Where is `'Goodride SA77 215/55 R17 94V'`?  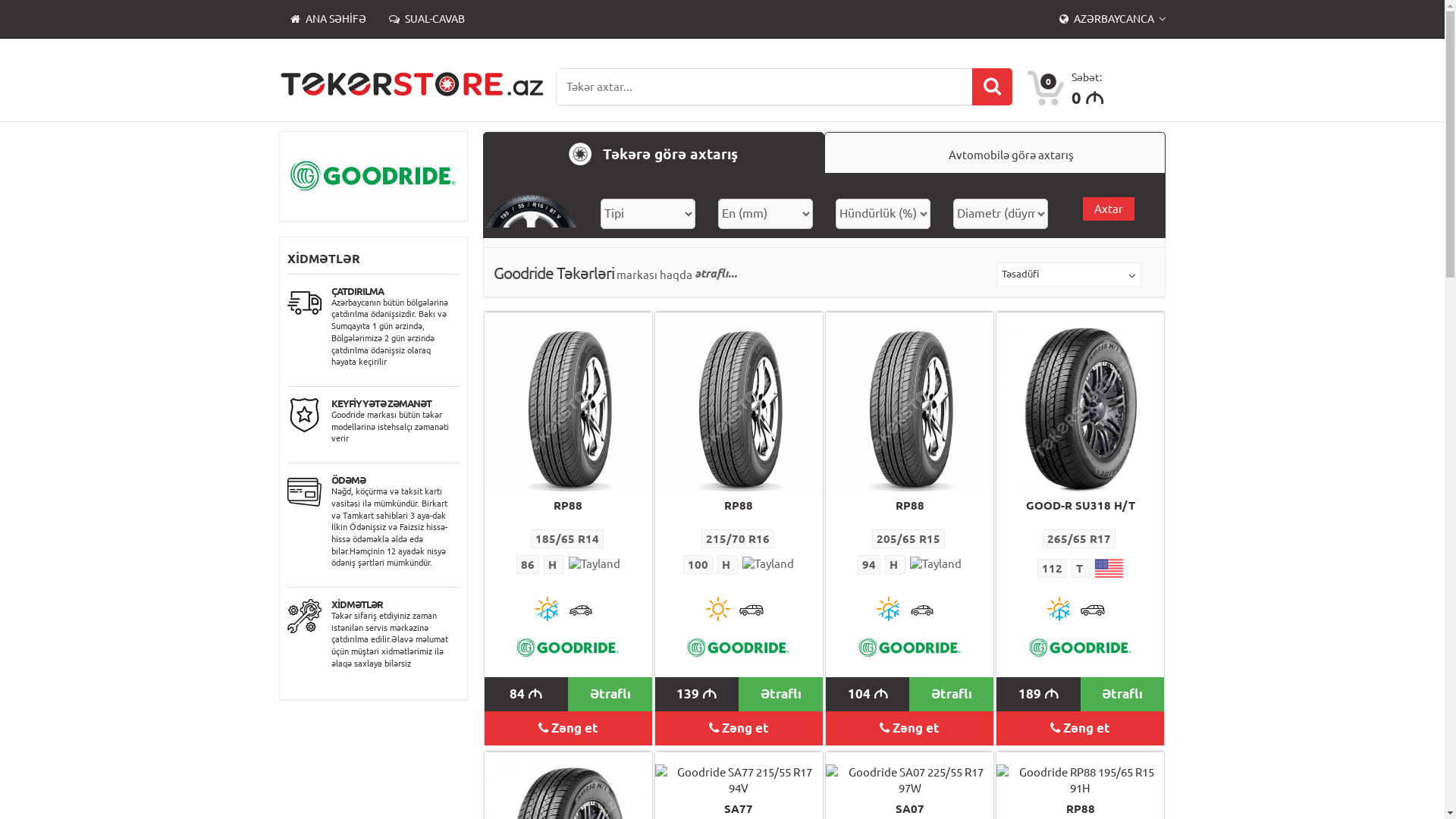 'Goodride SA77 215/55 R17 94V' is located at coordinates (655, 774).